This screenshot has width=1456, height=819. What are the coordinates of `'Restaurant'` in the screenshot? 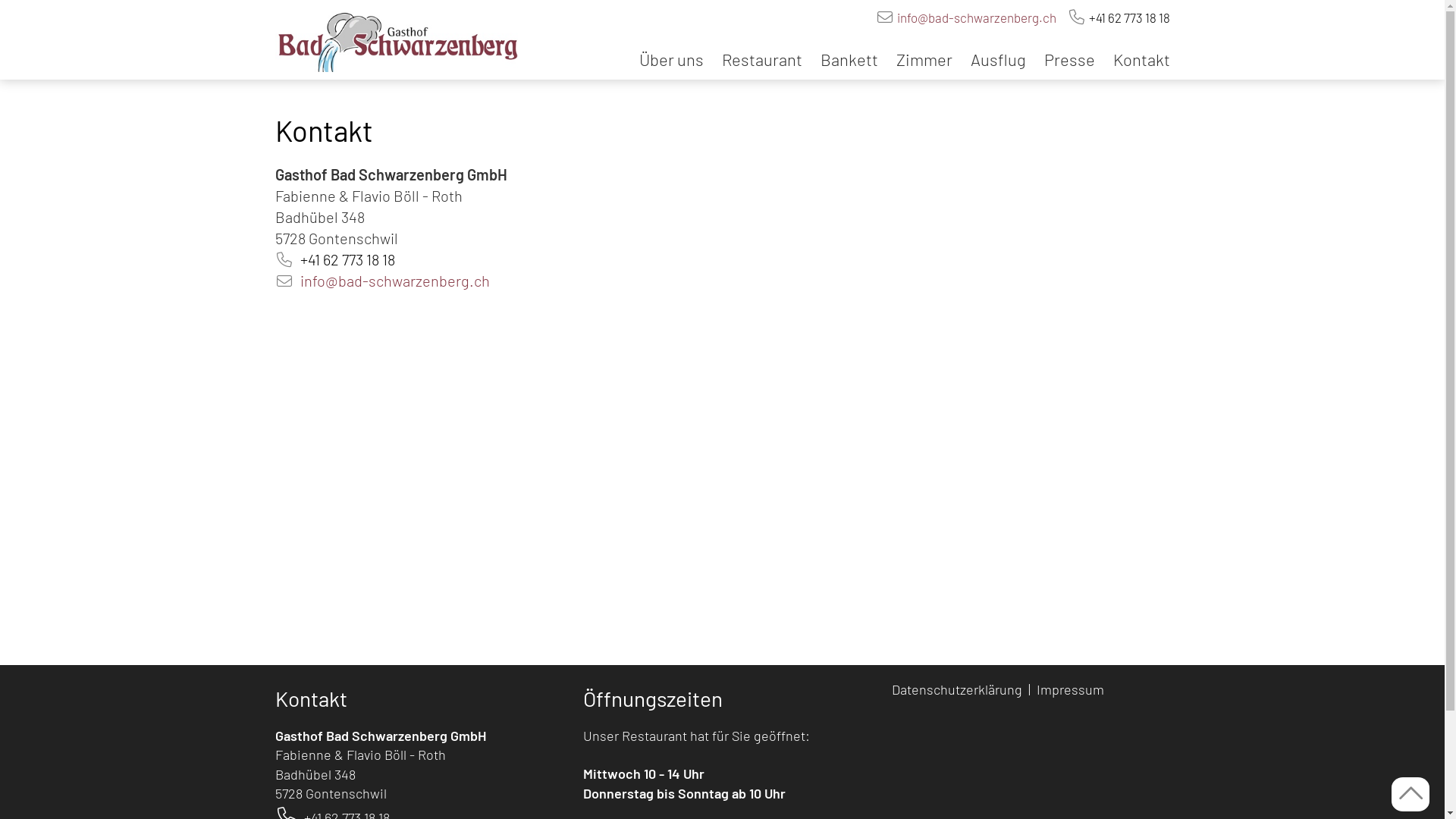 It's located at (712, 58).